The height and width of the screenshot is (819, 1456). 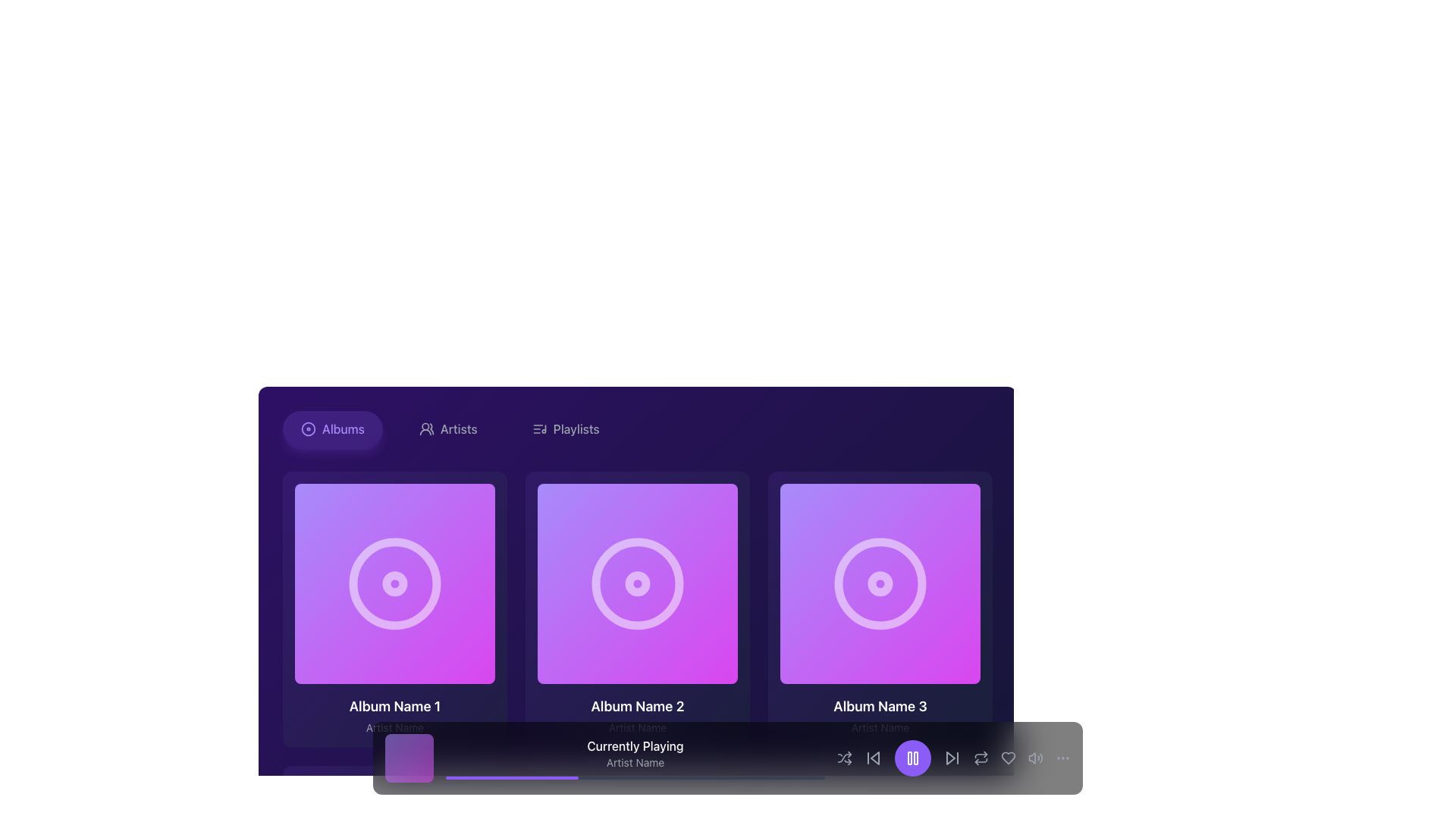 What do you see at coordinates (637, 583) in the screenshot?
I see `the spinning animation of the loading icon, which is the second icon from the left in a row of icons related to 'Album Name 2'` at bounding box center [637, 583].